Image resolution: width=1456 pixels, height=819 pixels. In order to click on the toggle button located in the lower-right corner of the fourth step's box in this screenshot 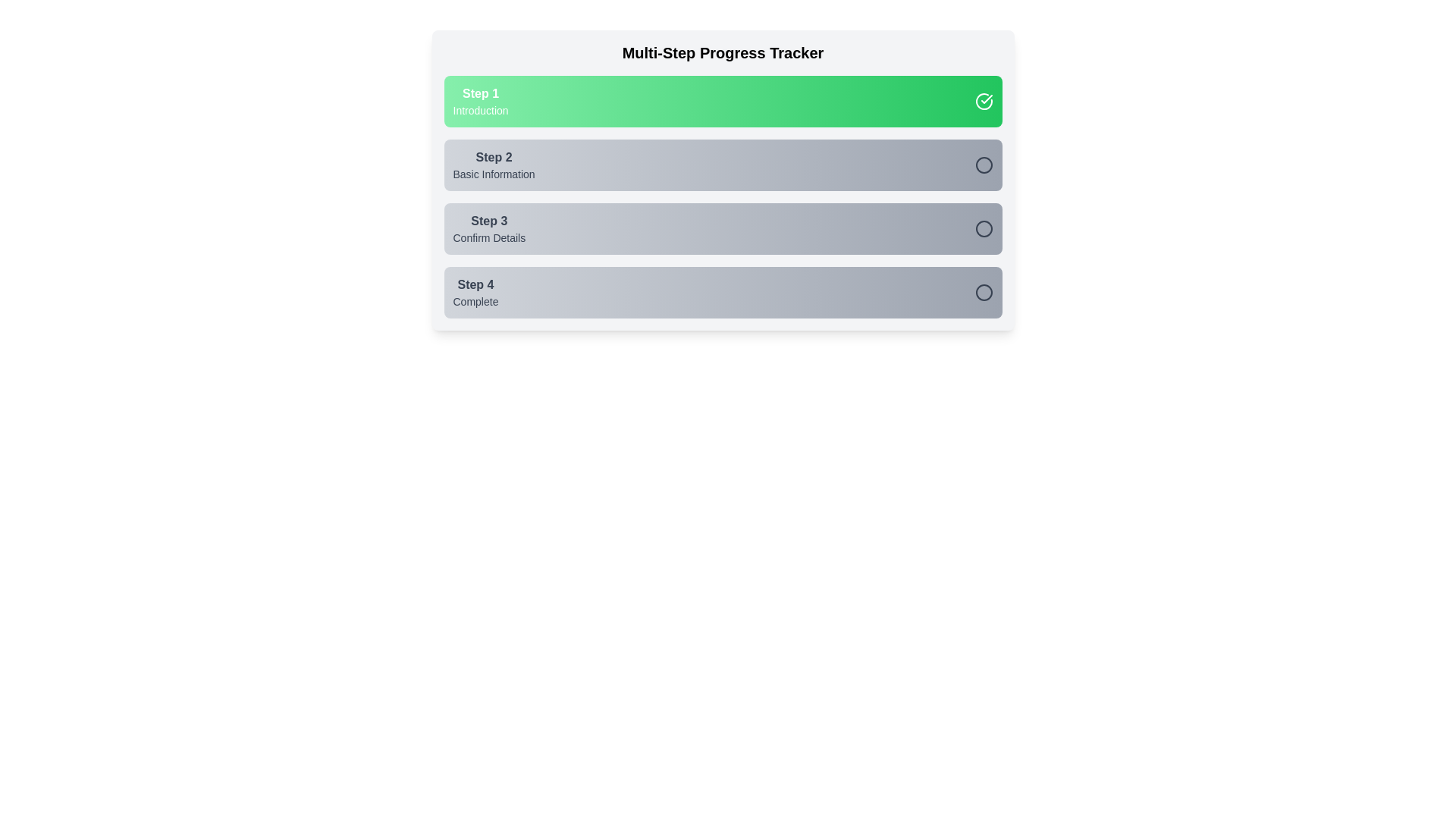, I will do `click(984, 292)`.